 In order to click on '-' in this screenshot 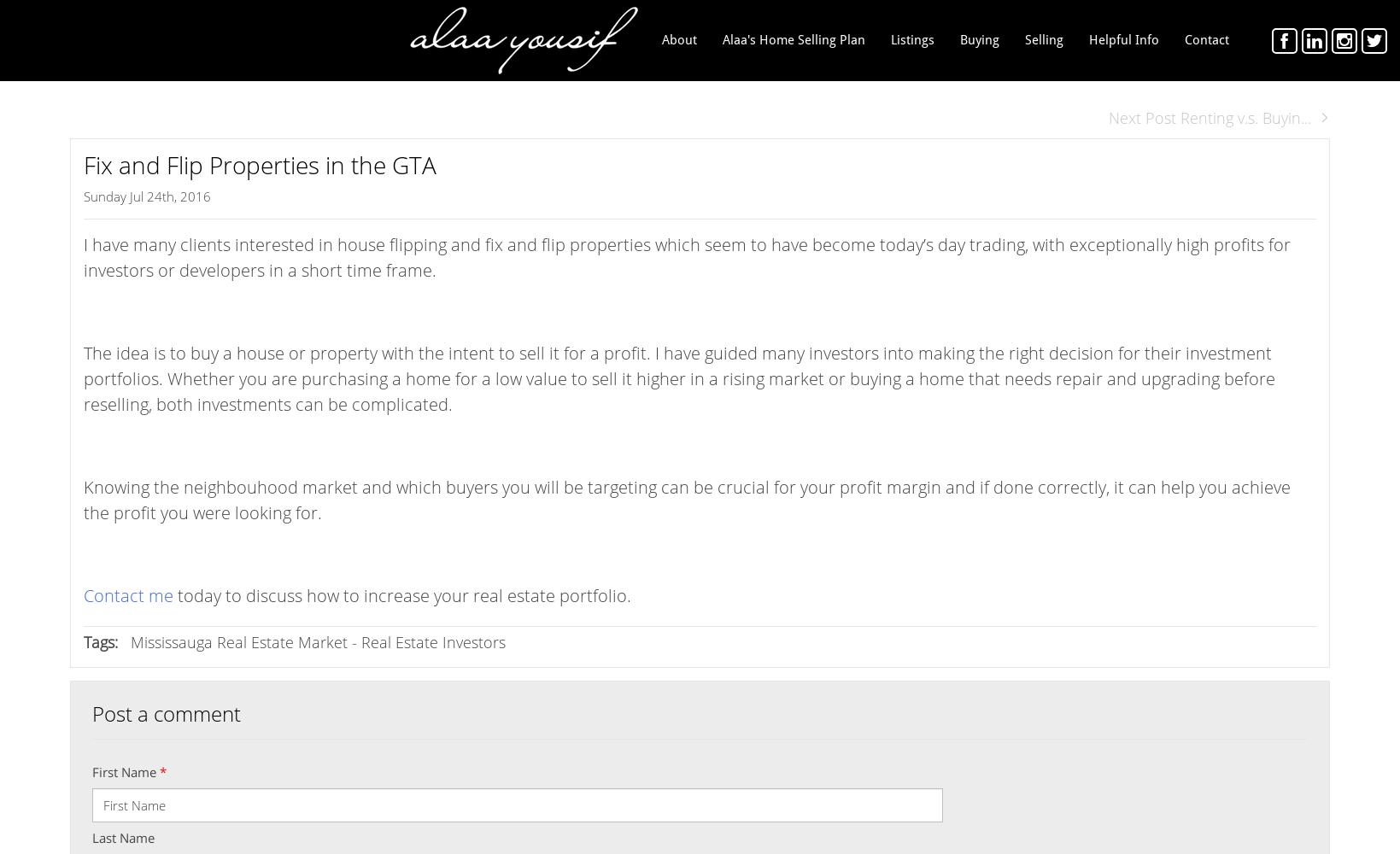, I will do `click(354, 642)`.